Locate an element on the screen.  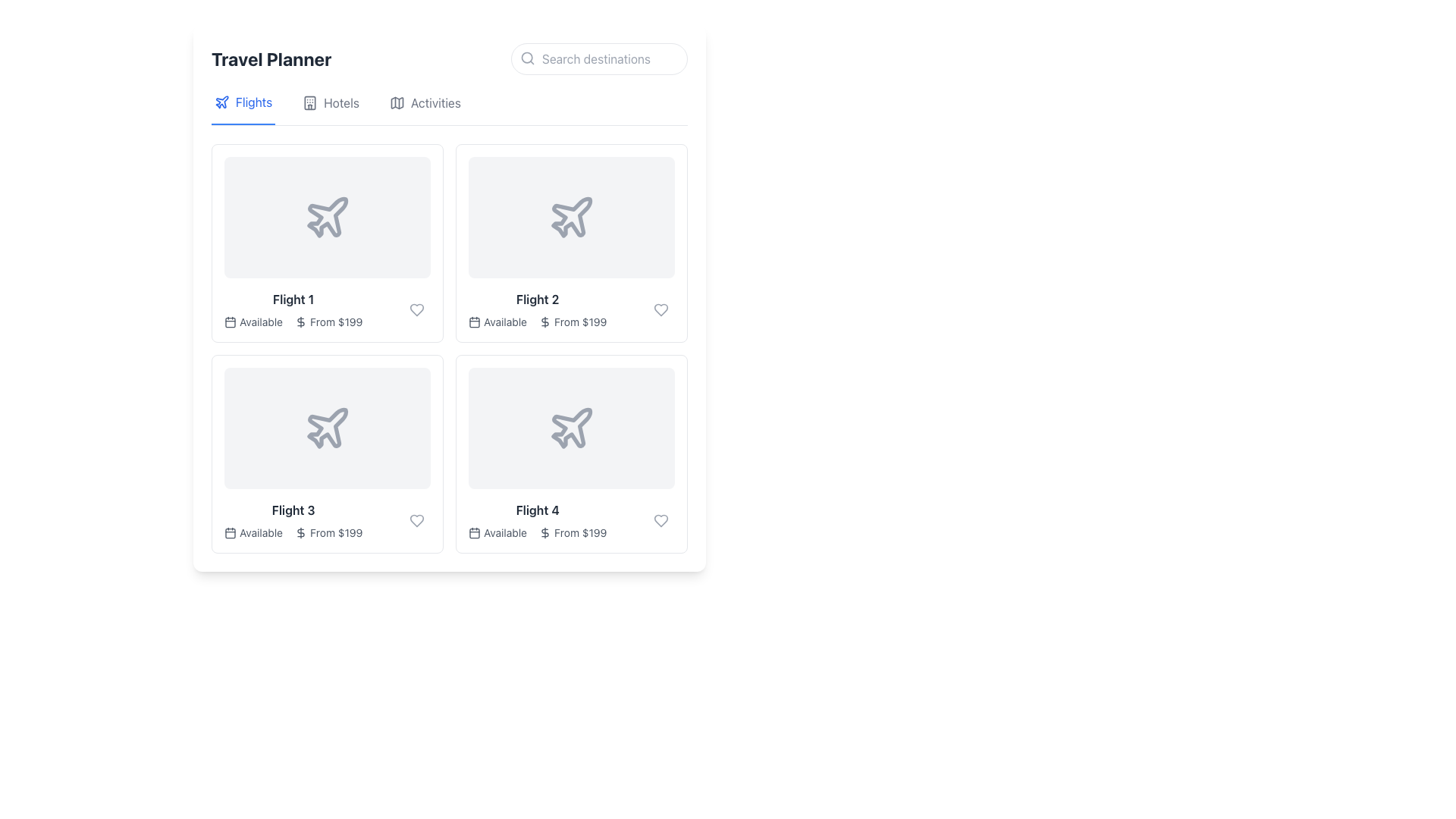
'Available' label with the calendar icon located in the 'Flight 2' card, positioned below the flight preview image and title, and above the pricing information is located at coordinates (497, 321).